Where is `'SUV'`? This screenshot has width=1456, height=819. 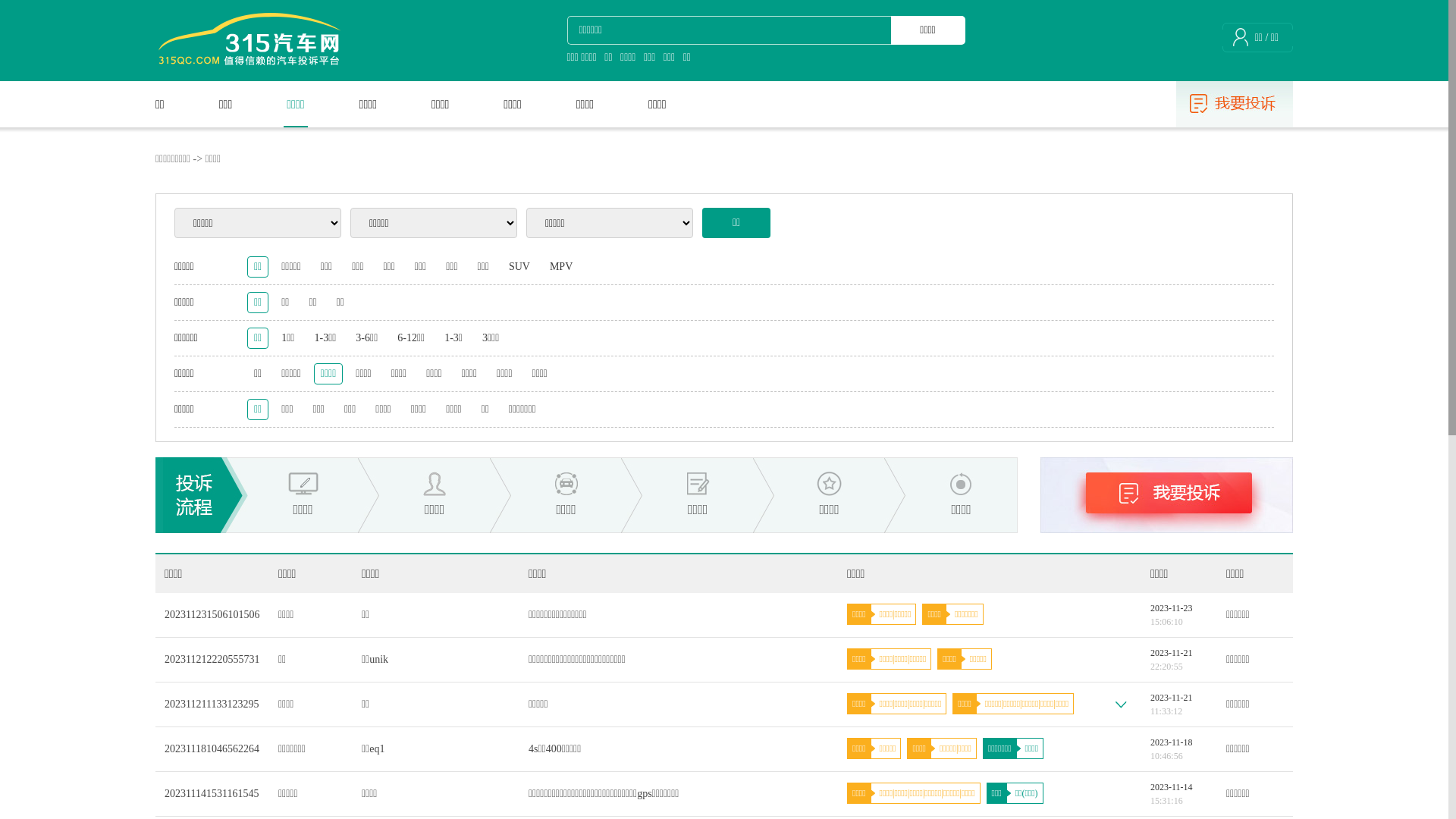 'SUV' is located at coordinates (519, 265).